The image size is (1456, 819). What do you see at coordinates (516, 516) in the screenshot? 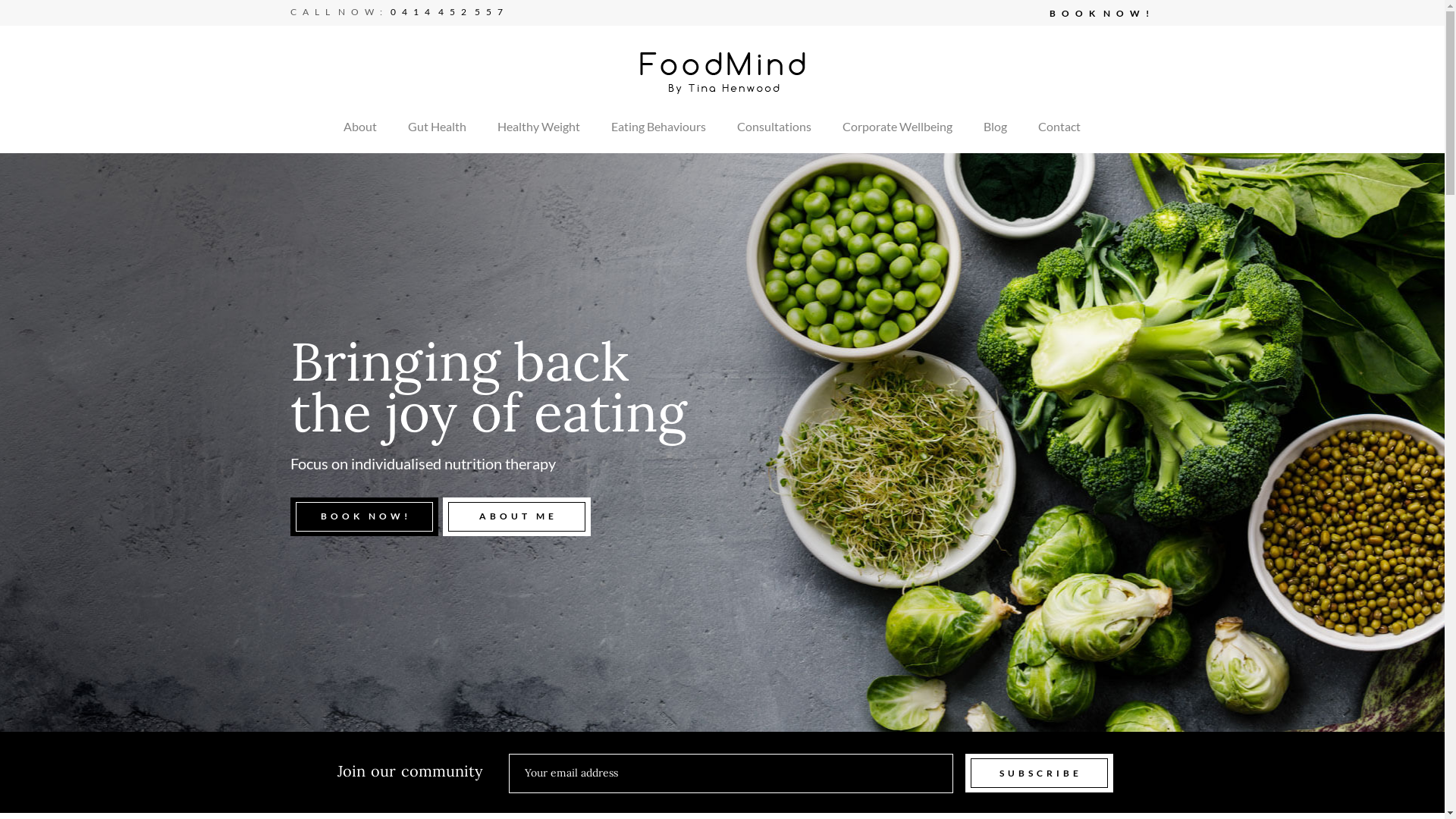
I see `'ABOUT ME'` at bounding box center [516, 516].